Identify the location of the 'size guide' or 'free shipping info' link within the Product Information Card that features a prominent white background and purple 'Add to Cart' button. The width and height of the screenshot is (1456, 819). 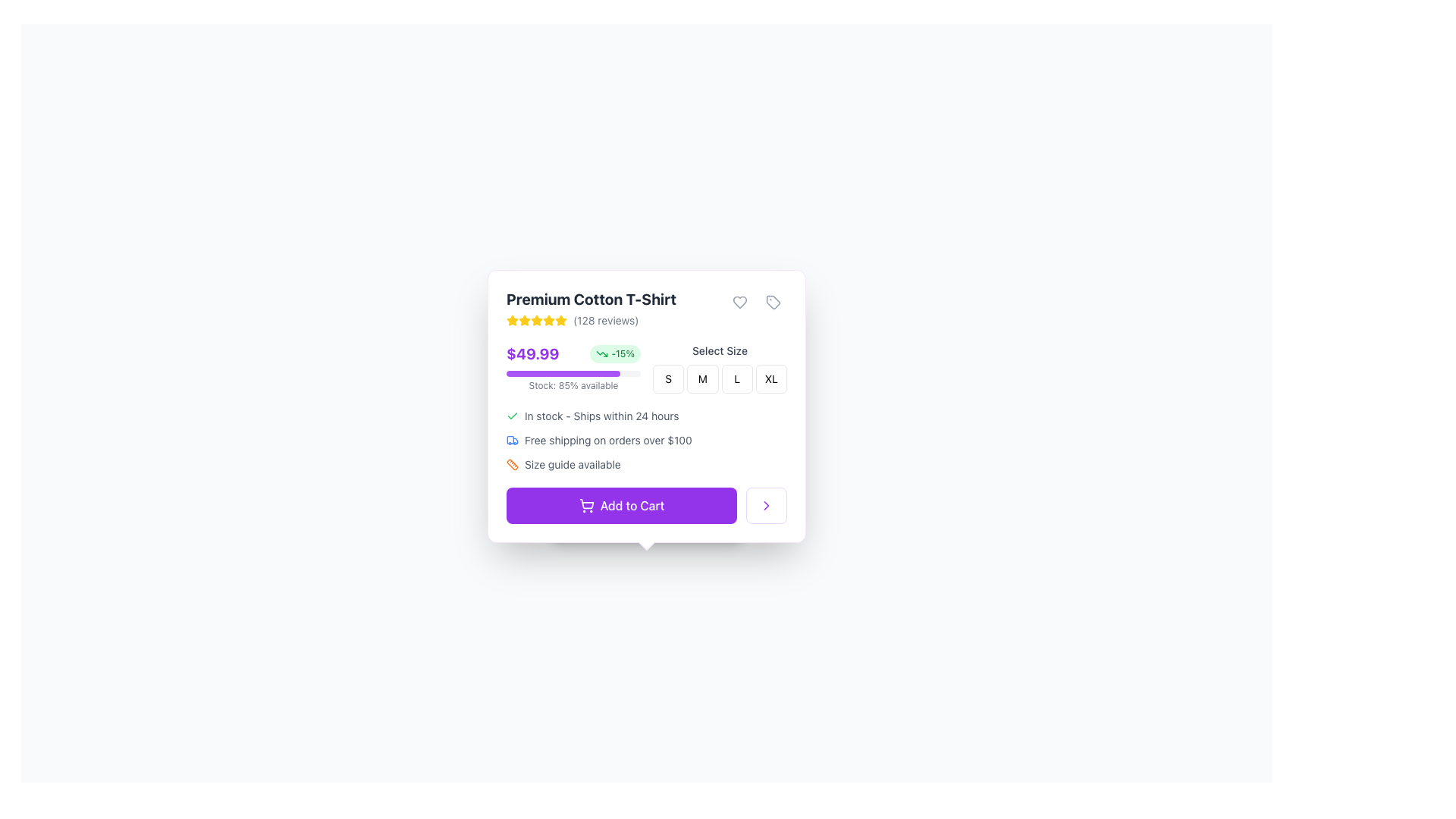
(647, 406).